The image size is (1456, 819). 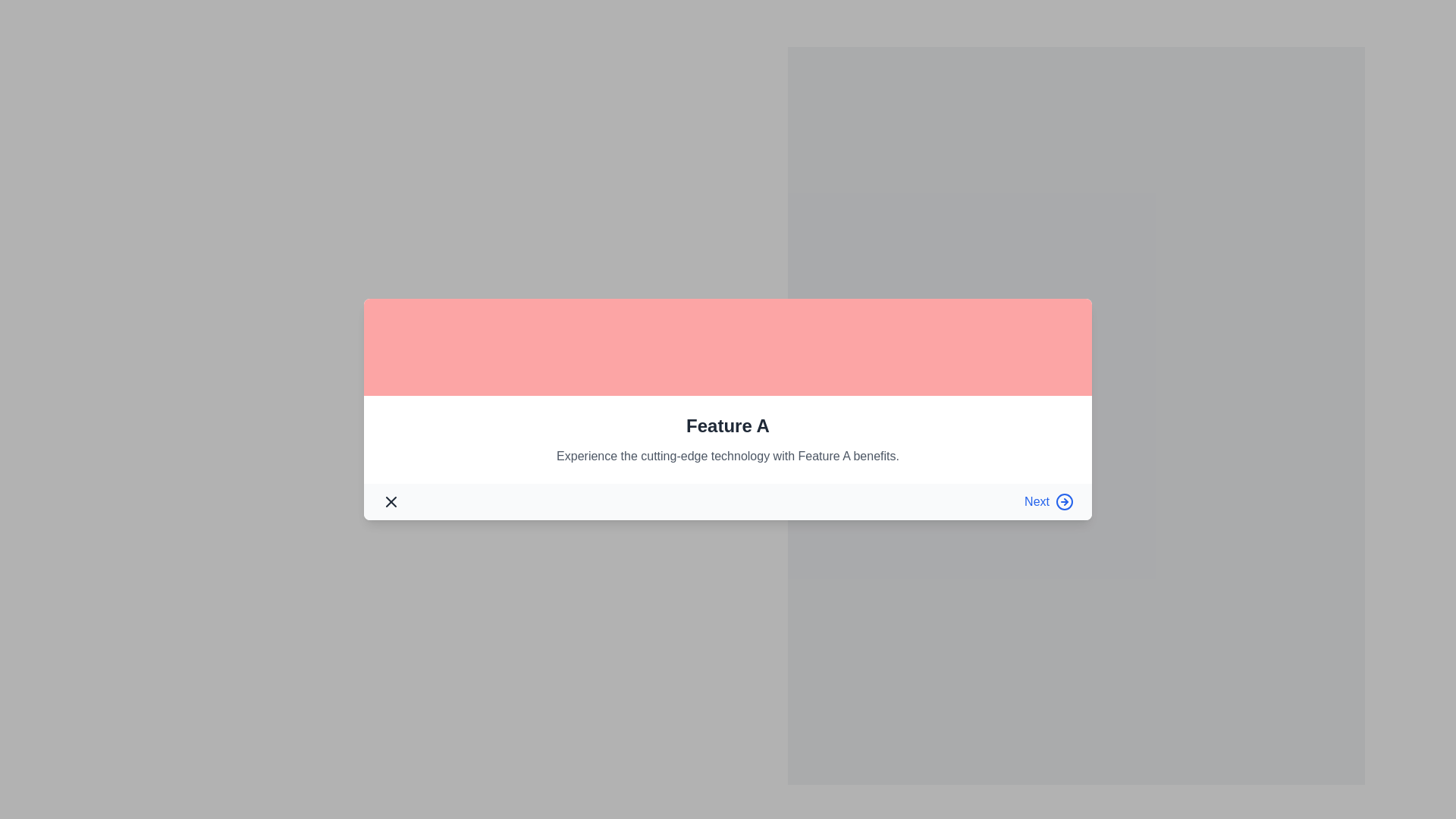 What do you see at coordinates (1063, 502) in the screenshot?
I see `the blue circular icon with a right-pointing arrow labeled 'Next'` at bounding box center [1063, 502].